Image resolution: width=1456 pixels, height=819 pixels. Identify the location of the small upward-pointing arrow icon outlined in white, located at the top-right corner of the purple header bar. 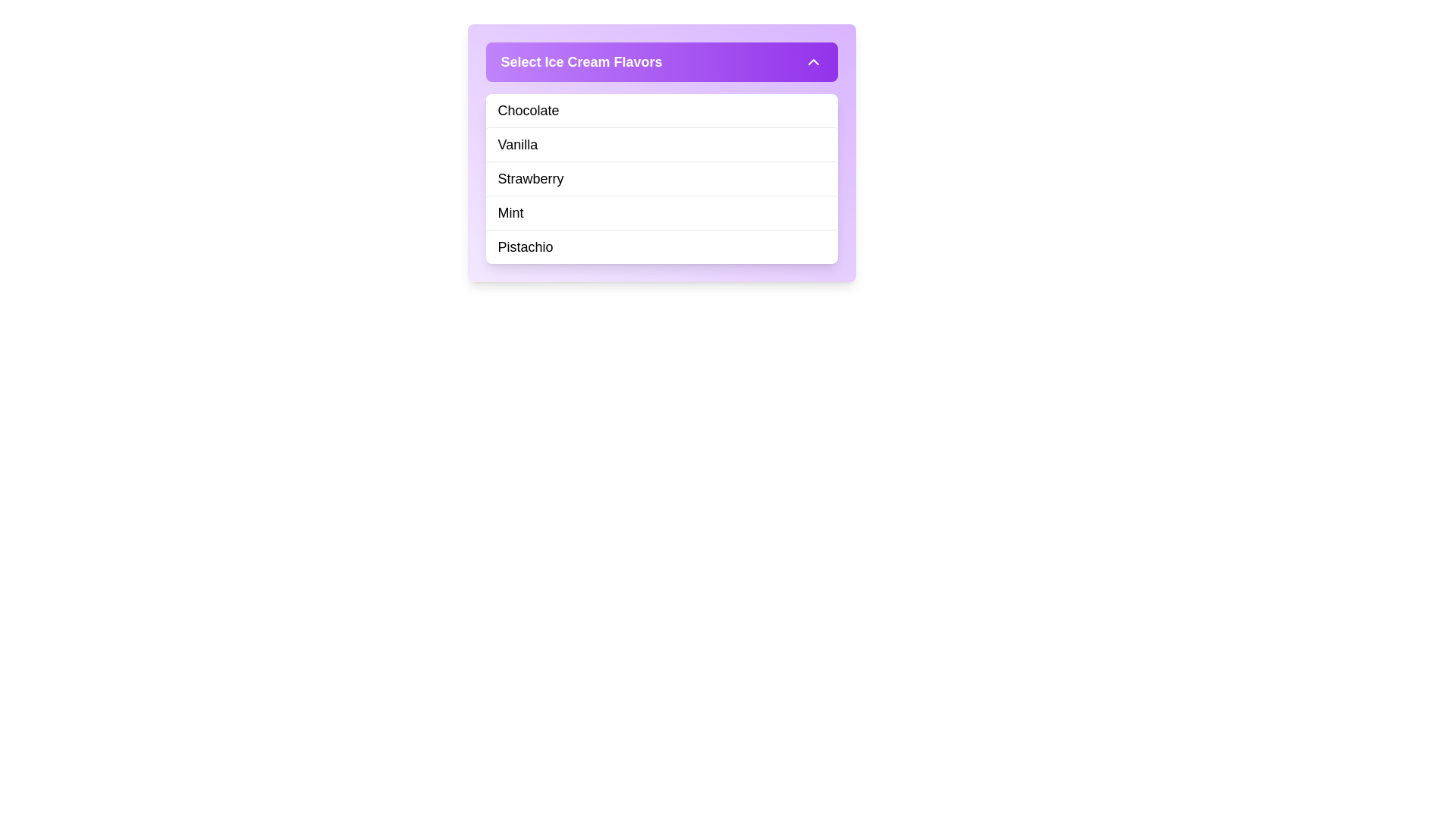
(812, 61).